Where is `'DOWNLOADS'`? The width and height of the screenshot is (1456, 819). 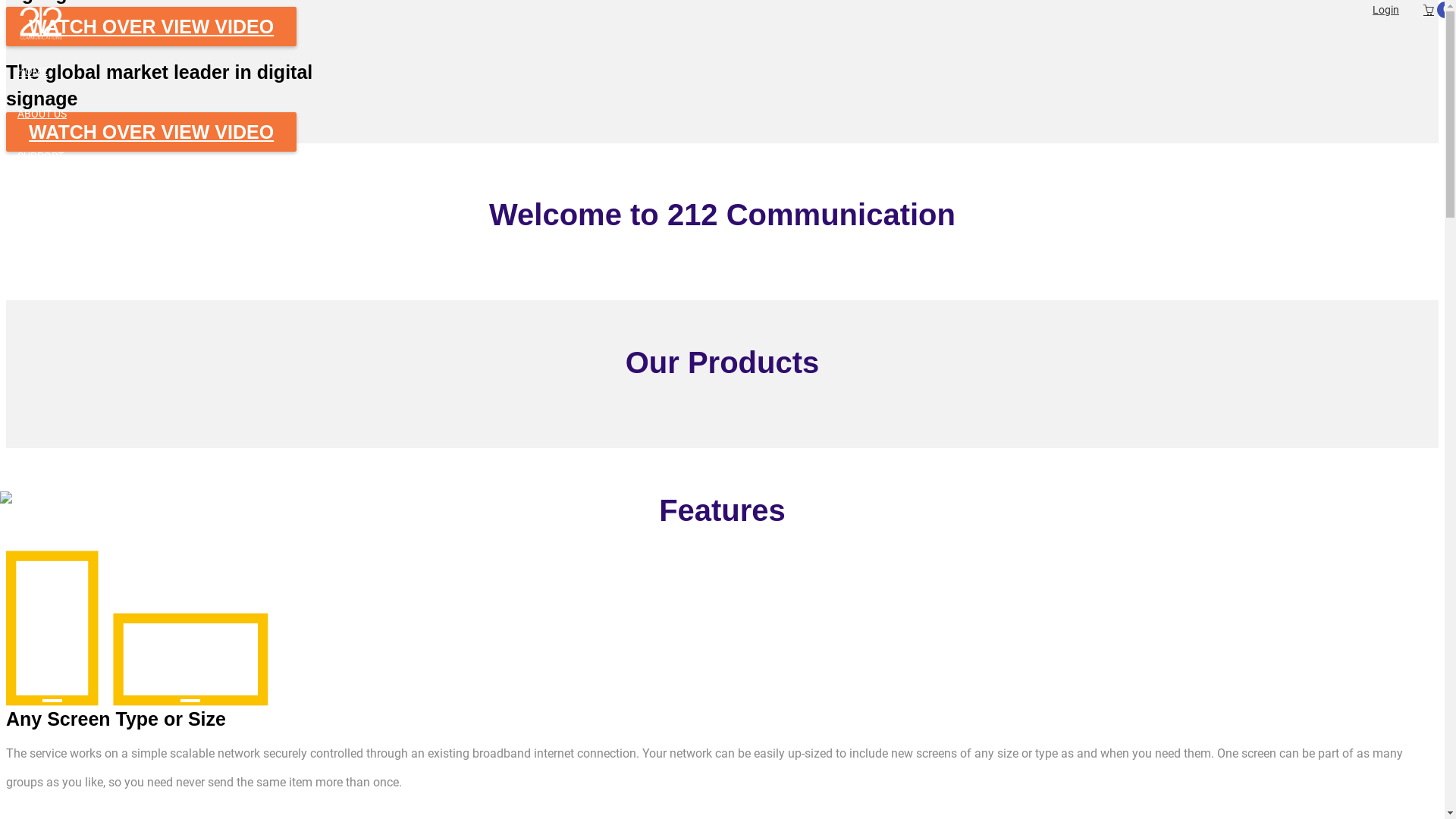
'DOWNLOADS' is located at coordinates (730, 284).